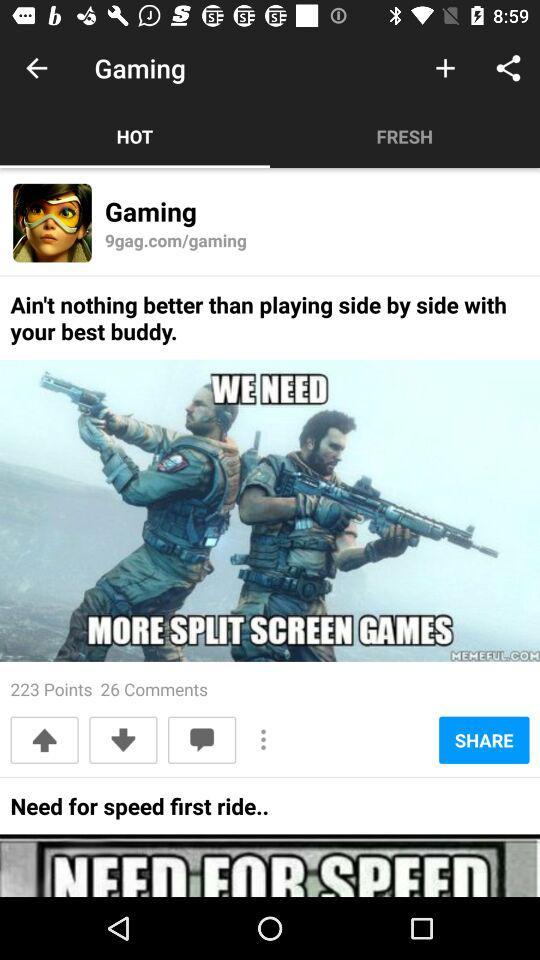  I want to click on icon to the left of the share, so click(263, 739).